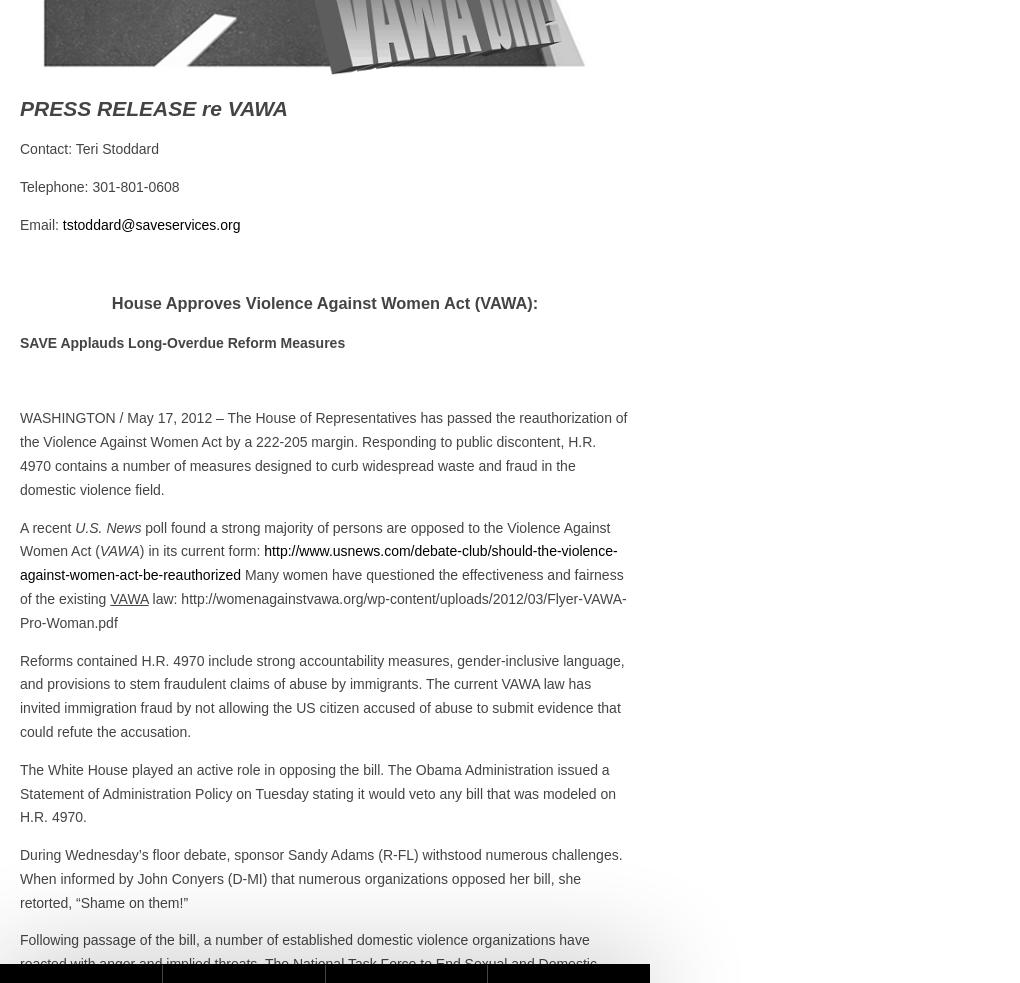 The height and width of the screenshot is (983, 1020). I want to click on 'poll found a strong majority of persons are opposed to the Violence Against Women Act (', so click(314, 538).